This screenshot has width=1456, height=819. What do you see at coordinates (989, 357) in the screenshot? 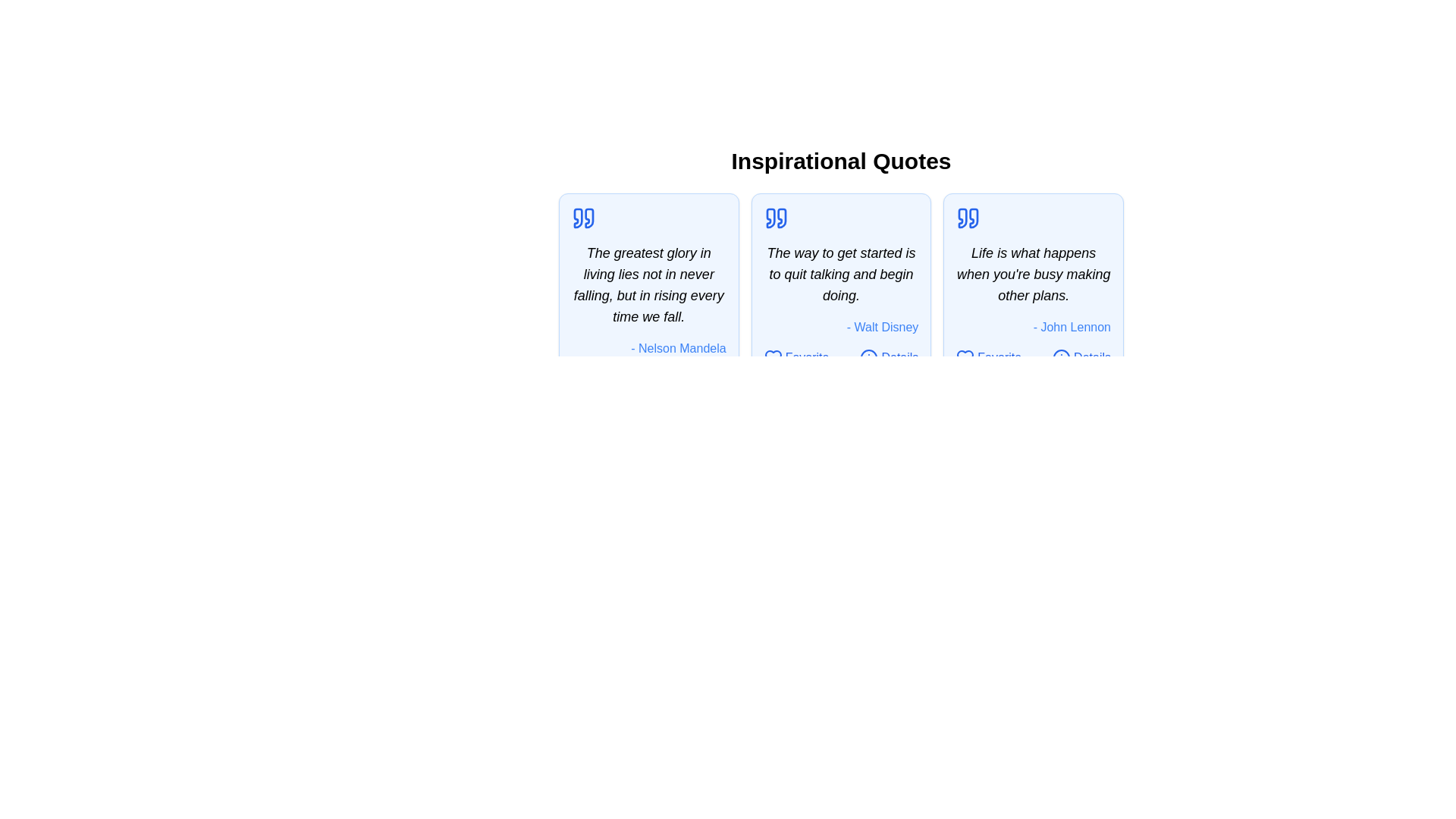
I see `the blue heart icon and 'Favorite' text link in the action bar of the rightmost quote card to mark the quote as favorite` at bounding box center [989, 357].